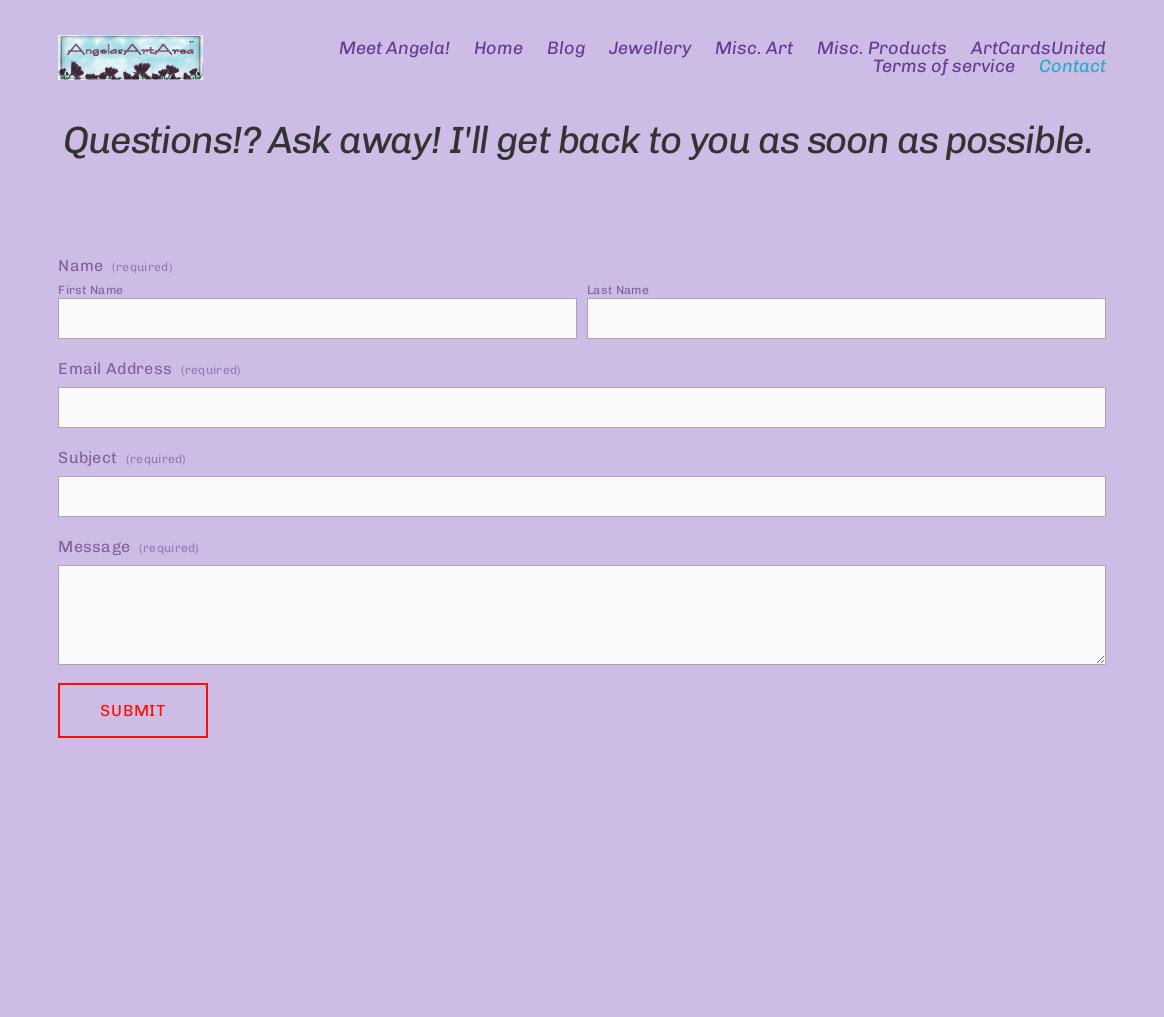  Describe the element at coordinates (941, 66) in the screenshot. I see `'Terms of service'` at that location.